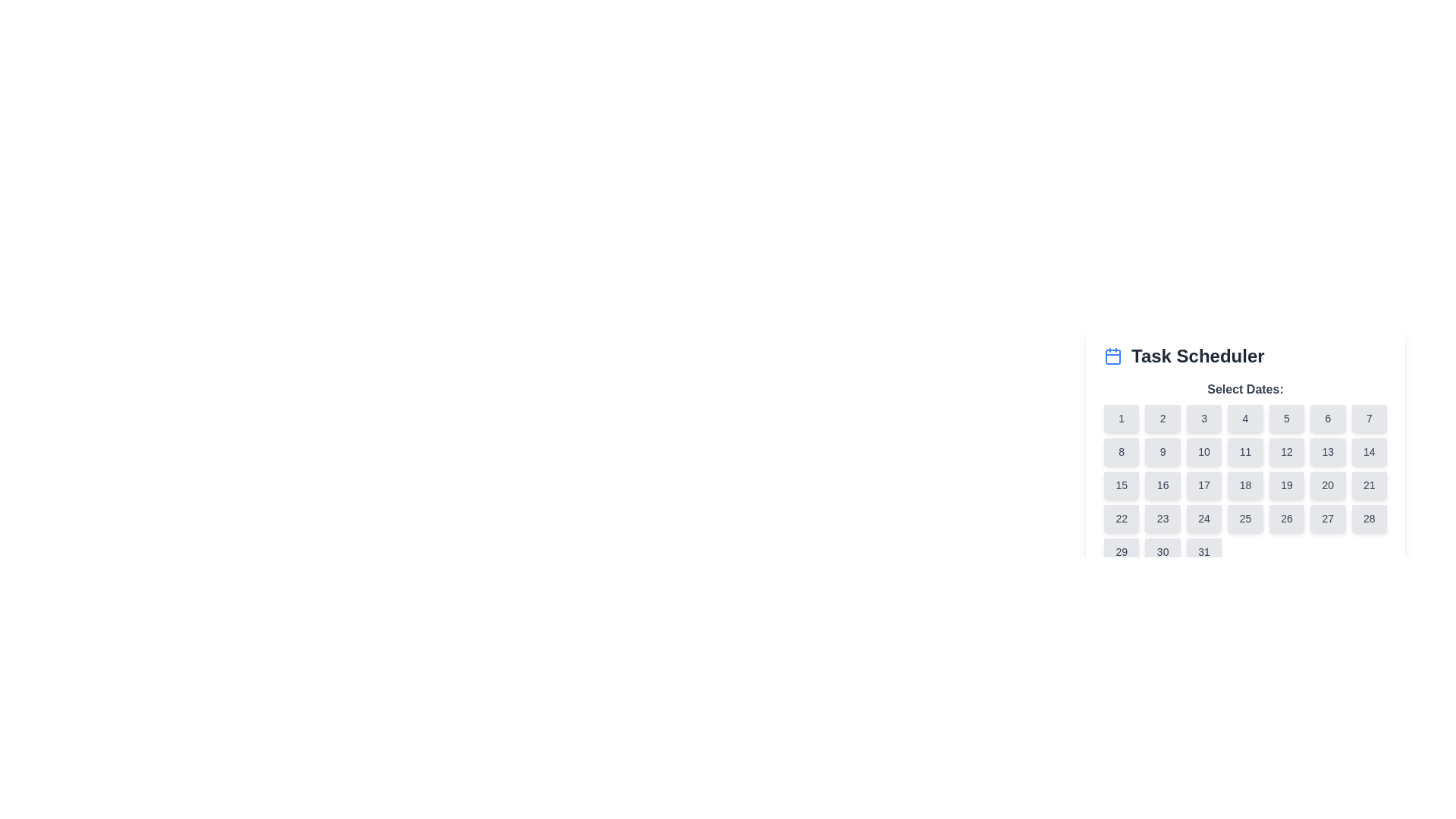 The width and height of the screenshot is (1456, 819). I want to click on the square button with a gray background and the text '24' centered within it, located in the fourth row and fourth column under the 'Select Dates:' title, so click(1203, 517).